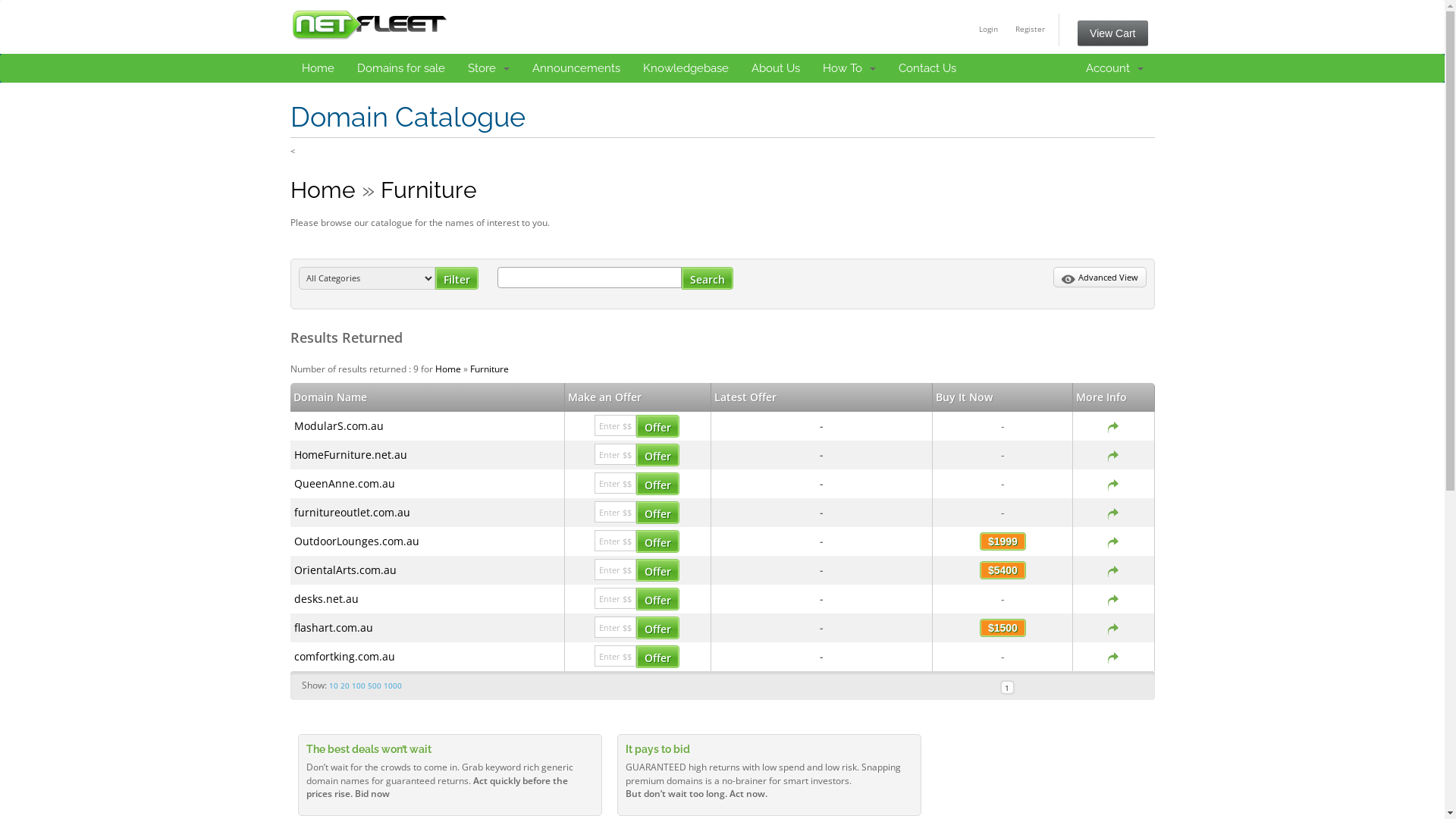 This screenshot has width=1456, height=819. Describe the element at coordinates (400, 67) in the screenshot. I see `'Domains for sale'` at that location.